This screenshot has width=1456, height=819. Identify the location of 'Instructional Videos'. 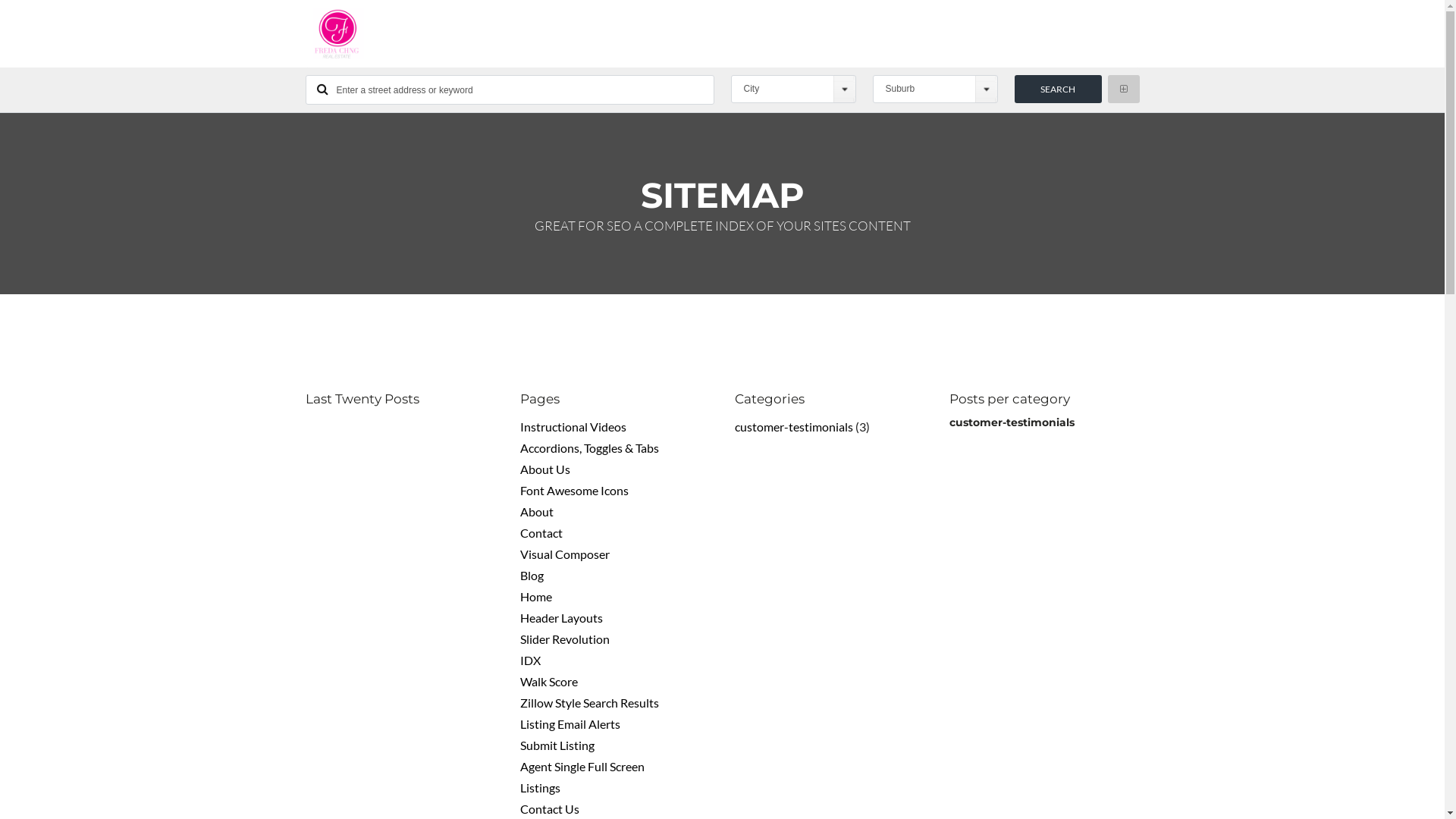
(573, 426).